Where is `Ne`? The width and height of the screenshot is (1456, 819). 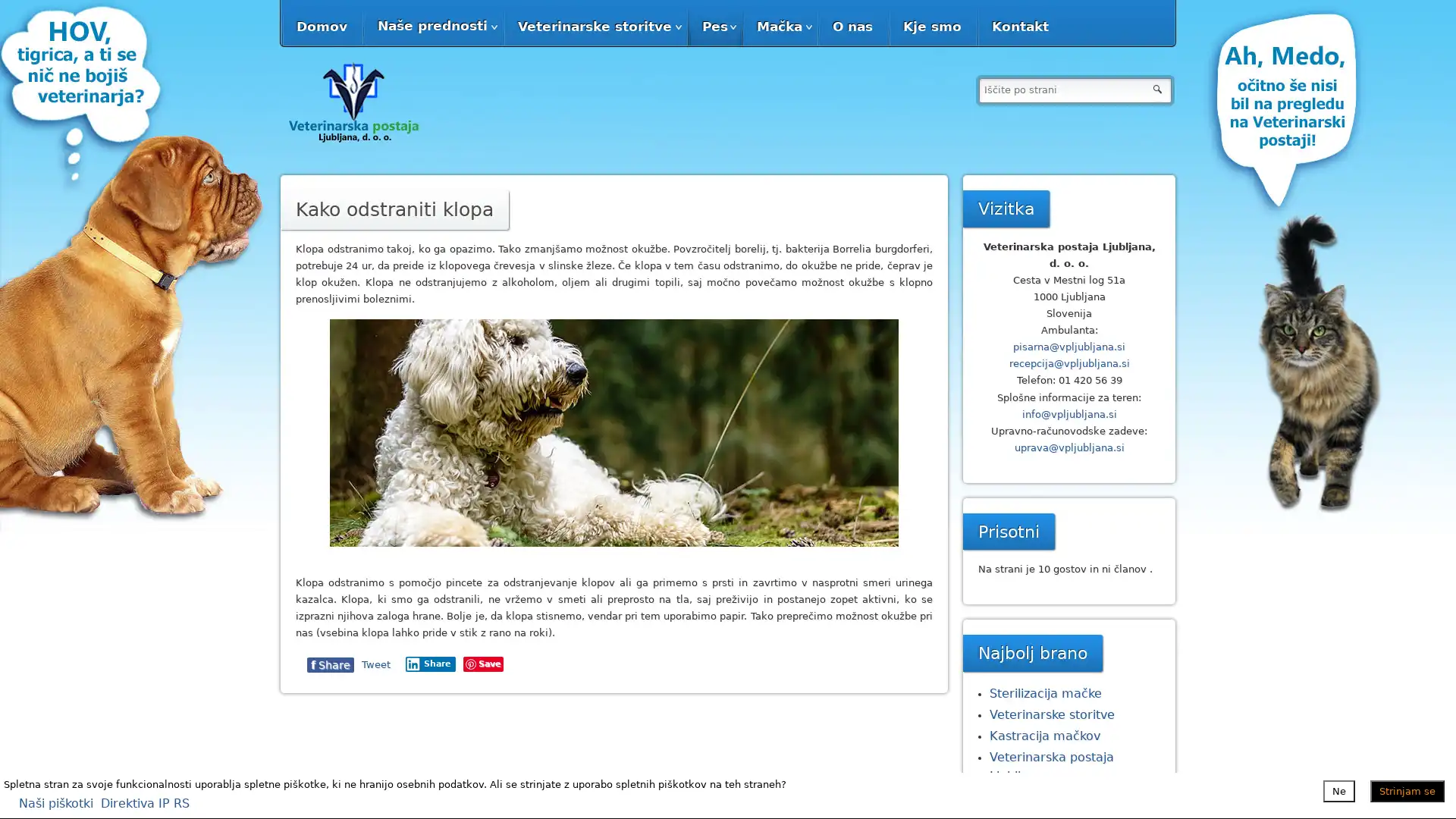
Ne is located at coordinates (1339, 789).